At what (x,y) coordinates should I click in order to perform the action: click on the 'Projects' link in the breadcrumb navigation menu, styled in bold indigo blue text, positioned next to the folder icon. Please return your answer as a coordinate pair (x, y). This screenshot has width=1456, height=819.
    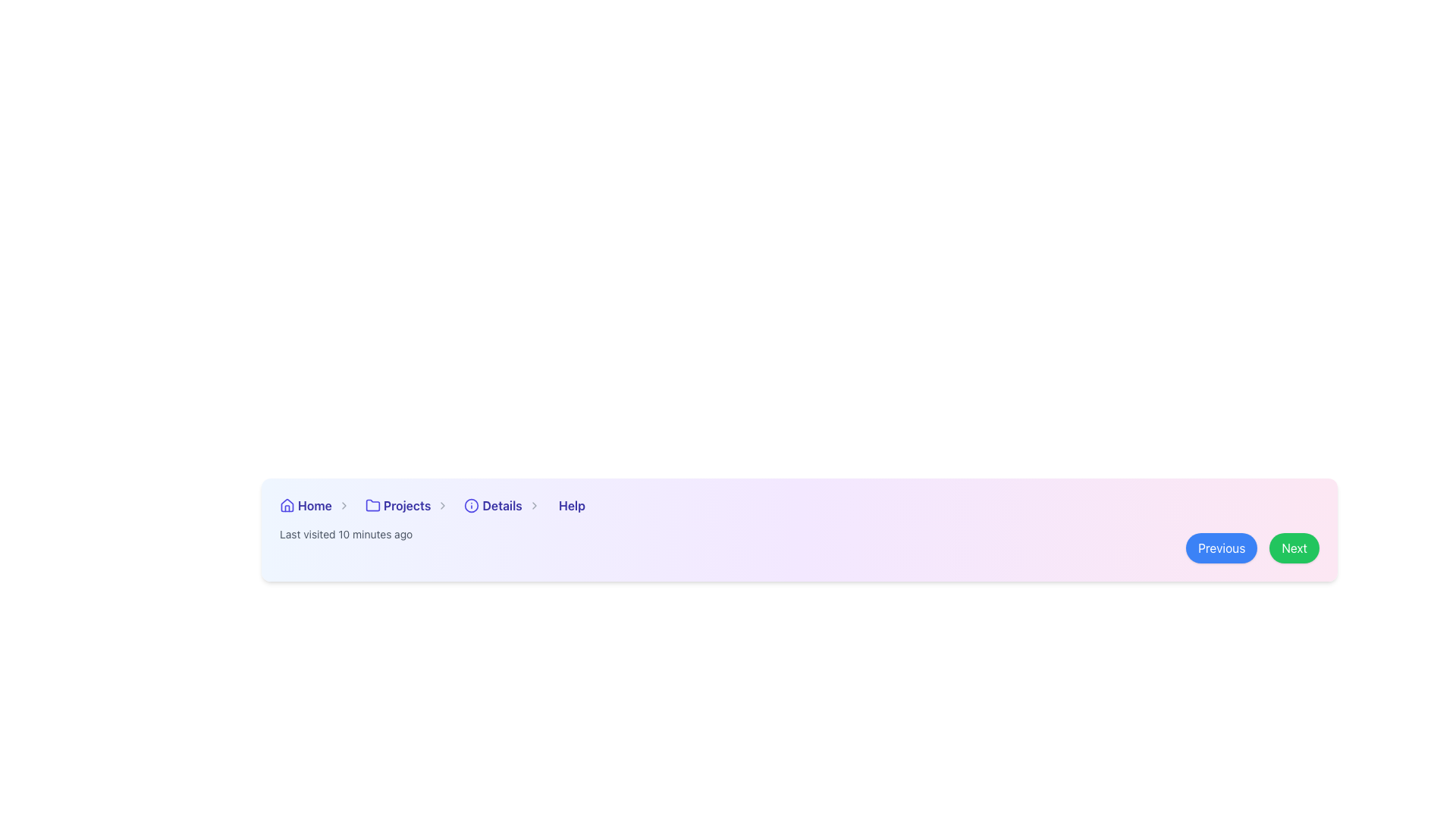
    Looking at the image, I should click on (407, 506).